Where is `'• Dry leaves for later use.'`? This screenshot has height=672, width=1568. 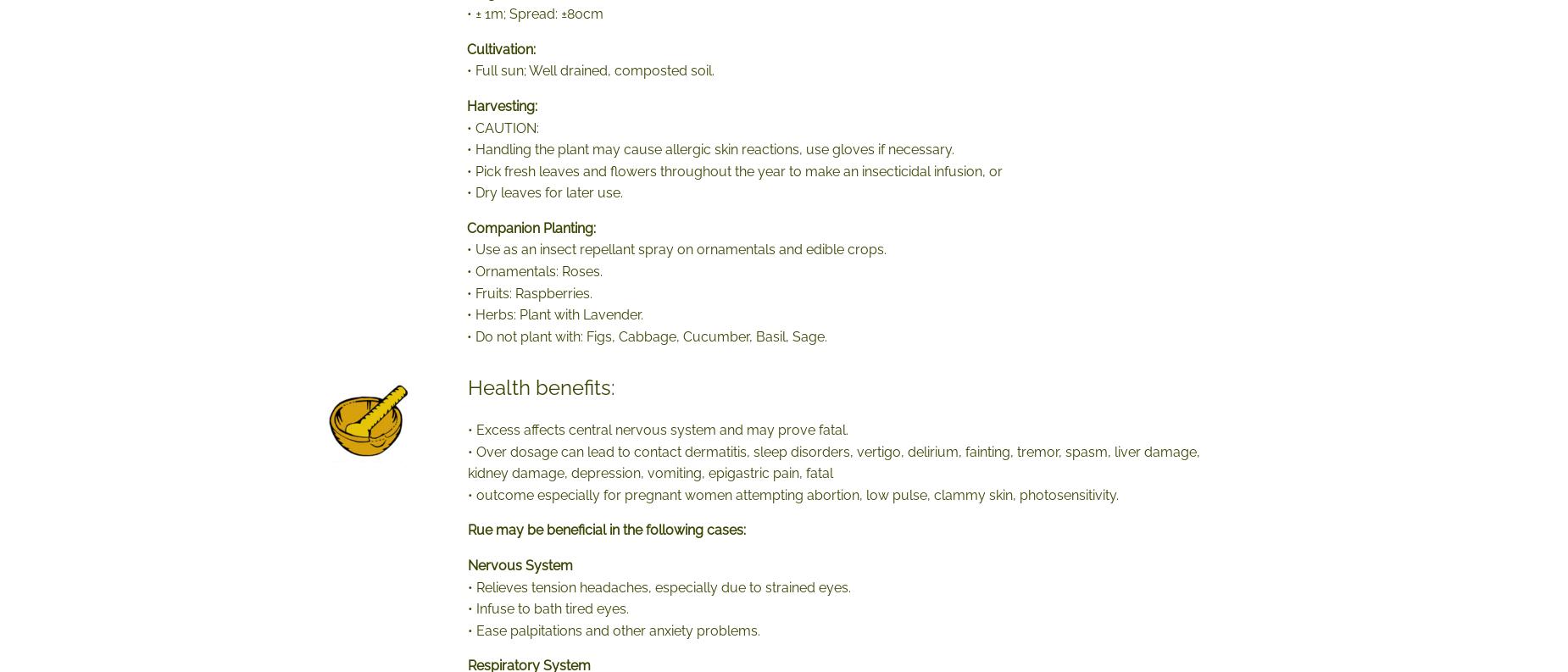
'• Dry leaves for later use.' is located at coordinates (545, 192).